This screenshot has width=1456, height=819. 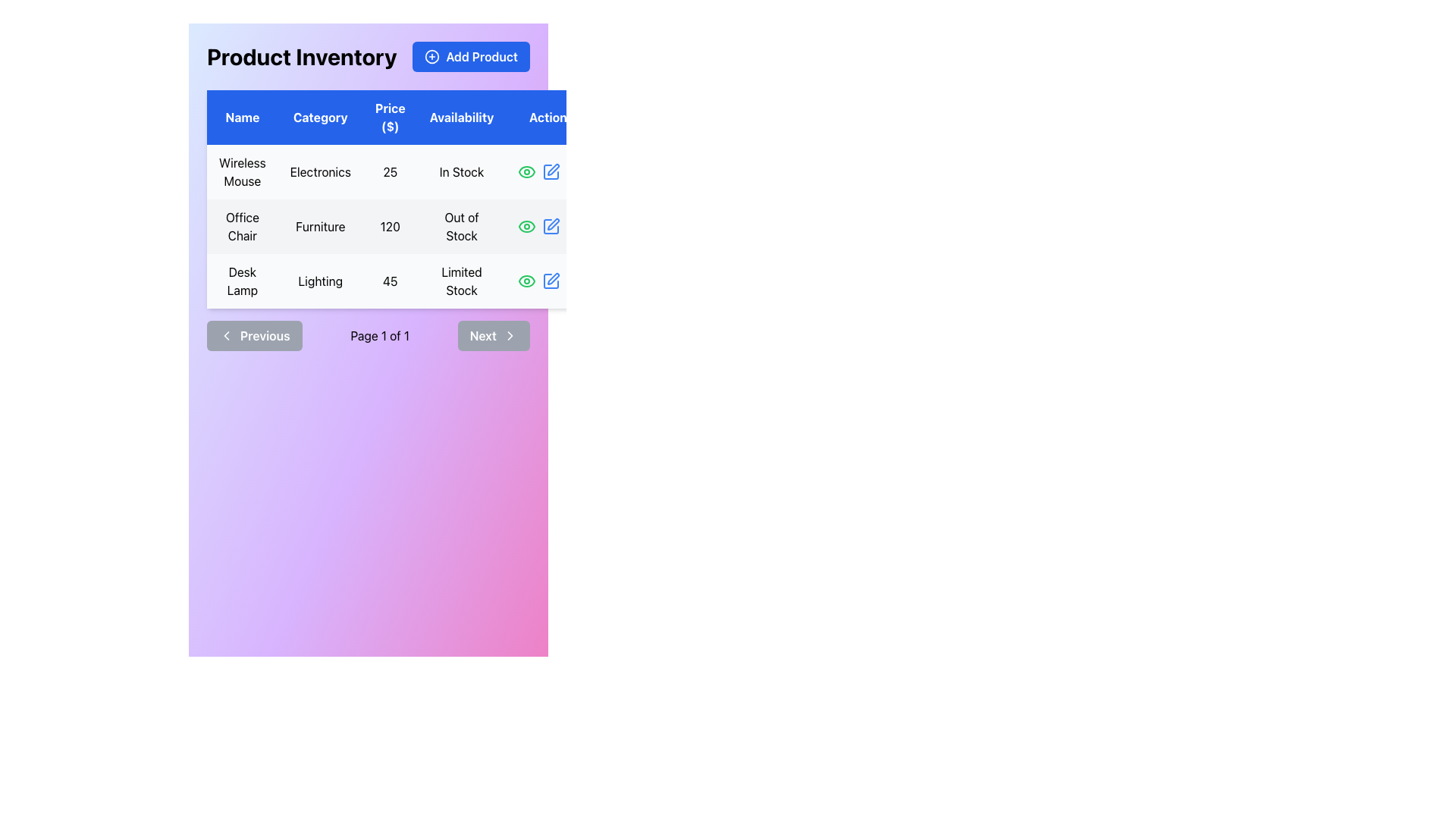 What do you see at coordinates (241, 227) in the screenshot?
I see `the text label displaying 'Office Chair' which is styled with padding and centered alignment, located in the first column of the second row of the table` at bounding box center [241, 227].